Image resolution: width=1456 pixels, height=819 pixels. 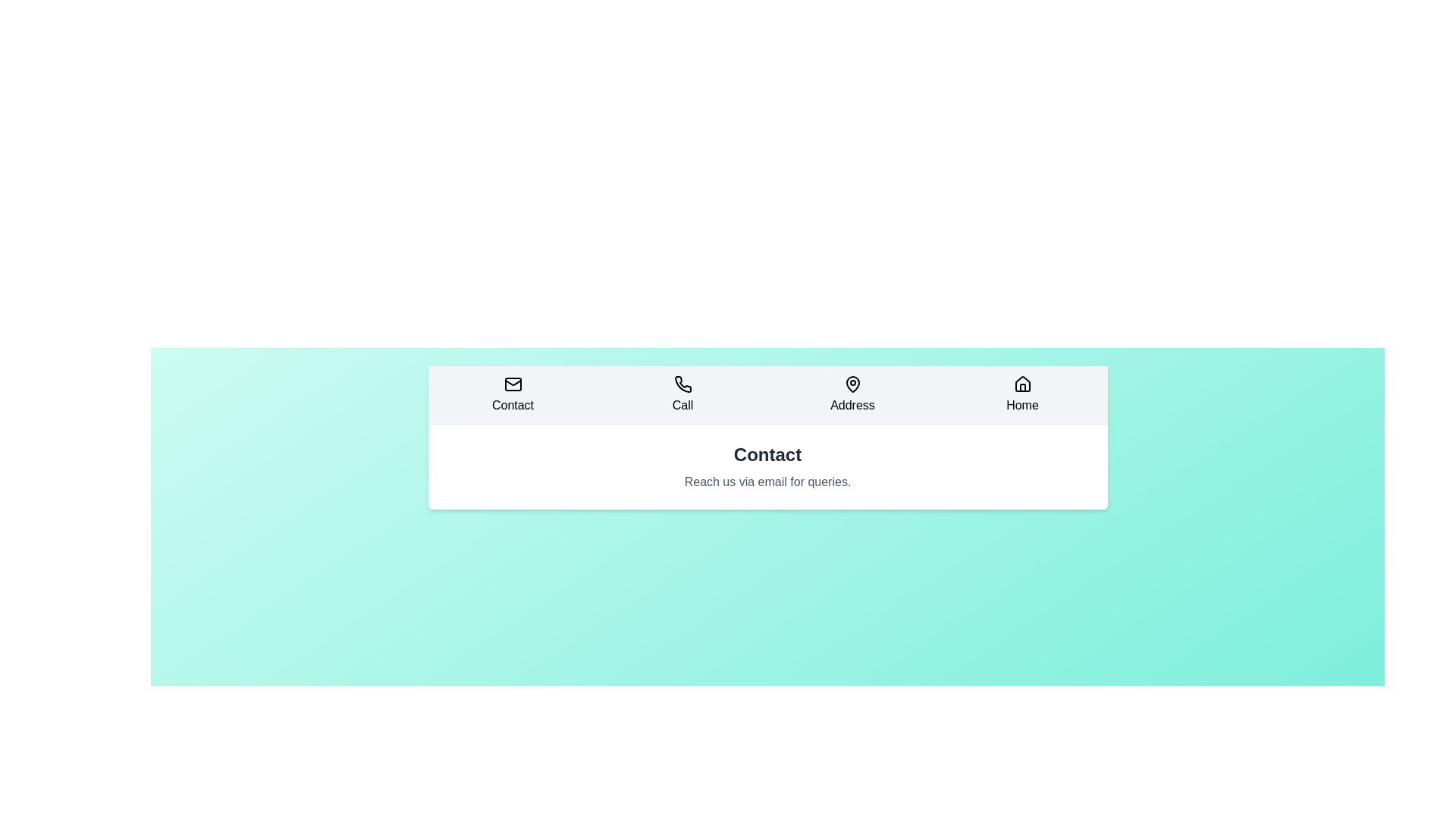 What do you see at coordinates (682, 394) in the screenshot?
I see `the tab labeled Call` at bounding box center [682, 394].